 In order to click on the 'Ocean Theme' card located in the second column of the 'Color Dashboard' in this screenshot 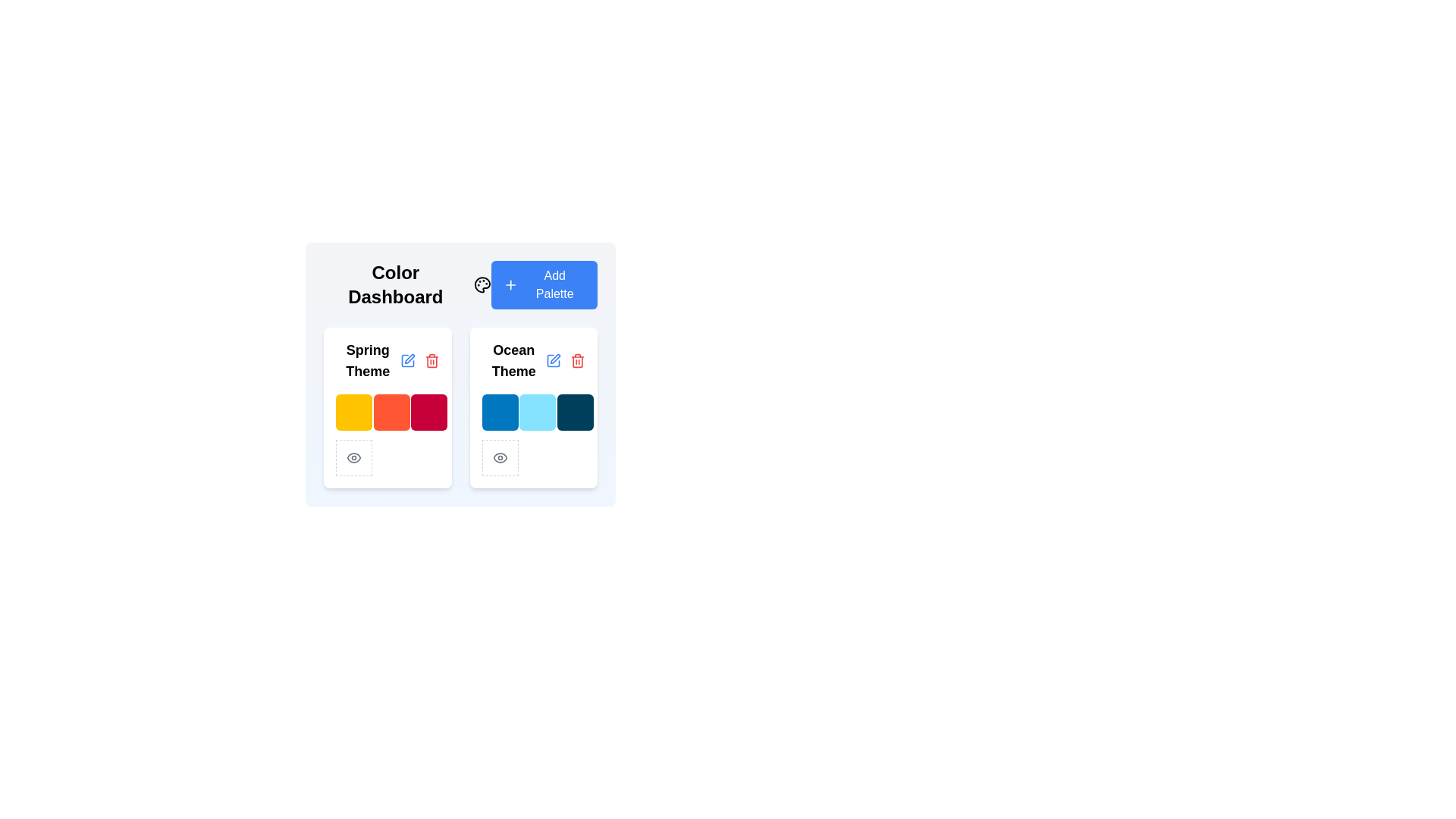, I will do `click(533, 406)`.